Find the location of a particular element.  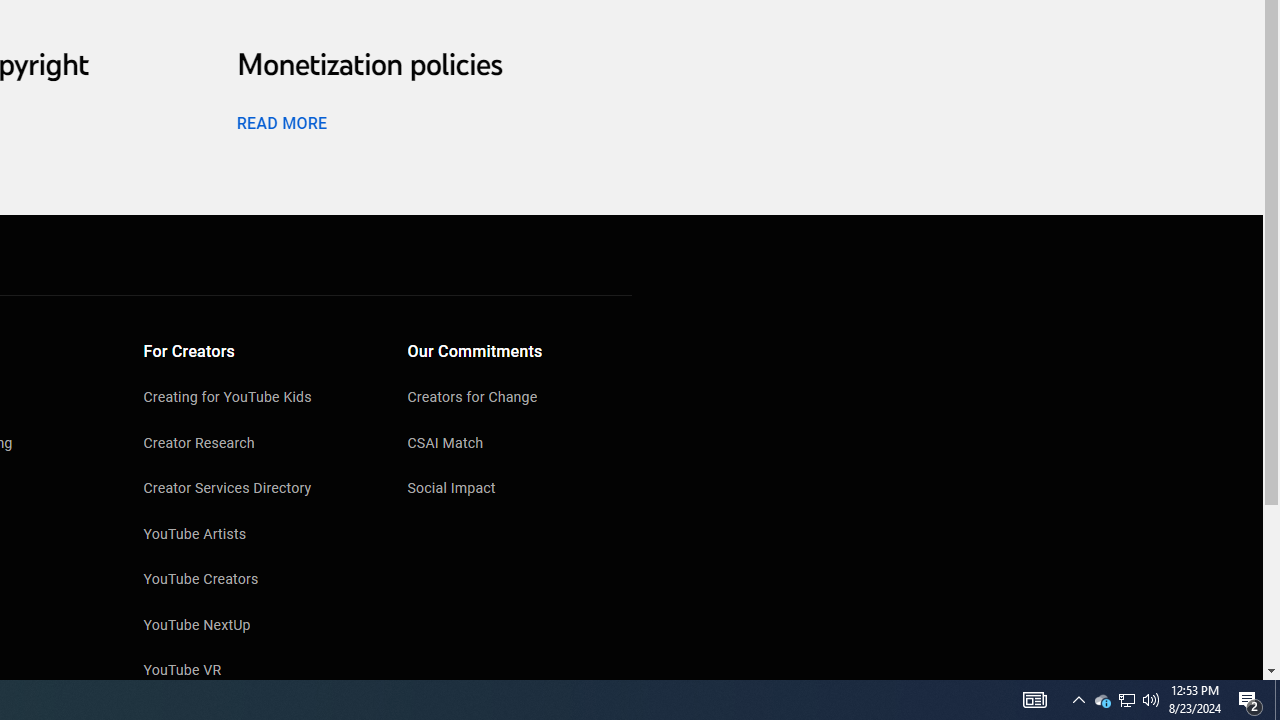

'Social Impact' is located at coordinates (519, 490).